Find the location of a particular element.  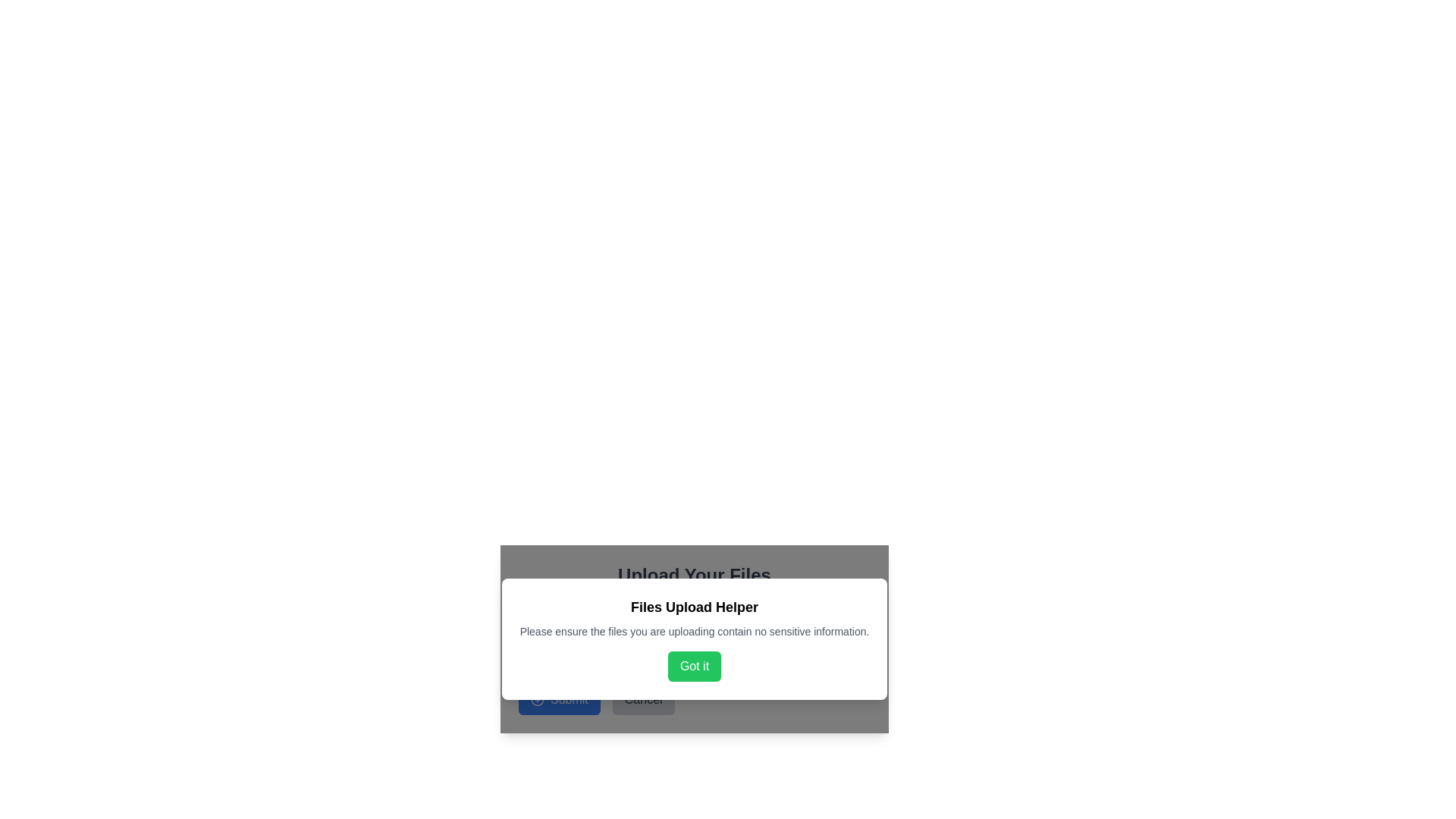

the circular icon with a plus sign inside it, located within the 'Submit' button in the bottom-left portion of the 'Files Upload Helper' modal is located at coordinates (538, 699).